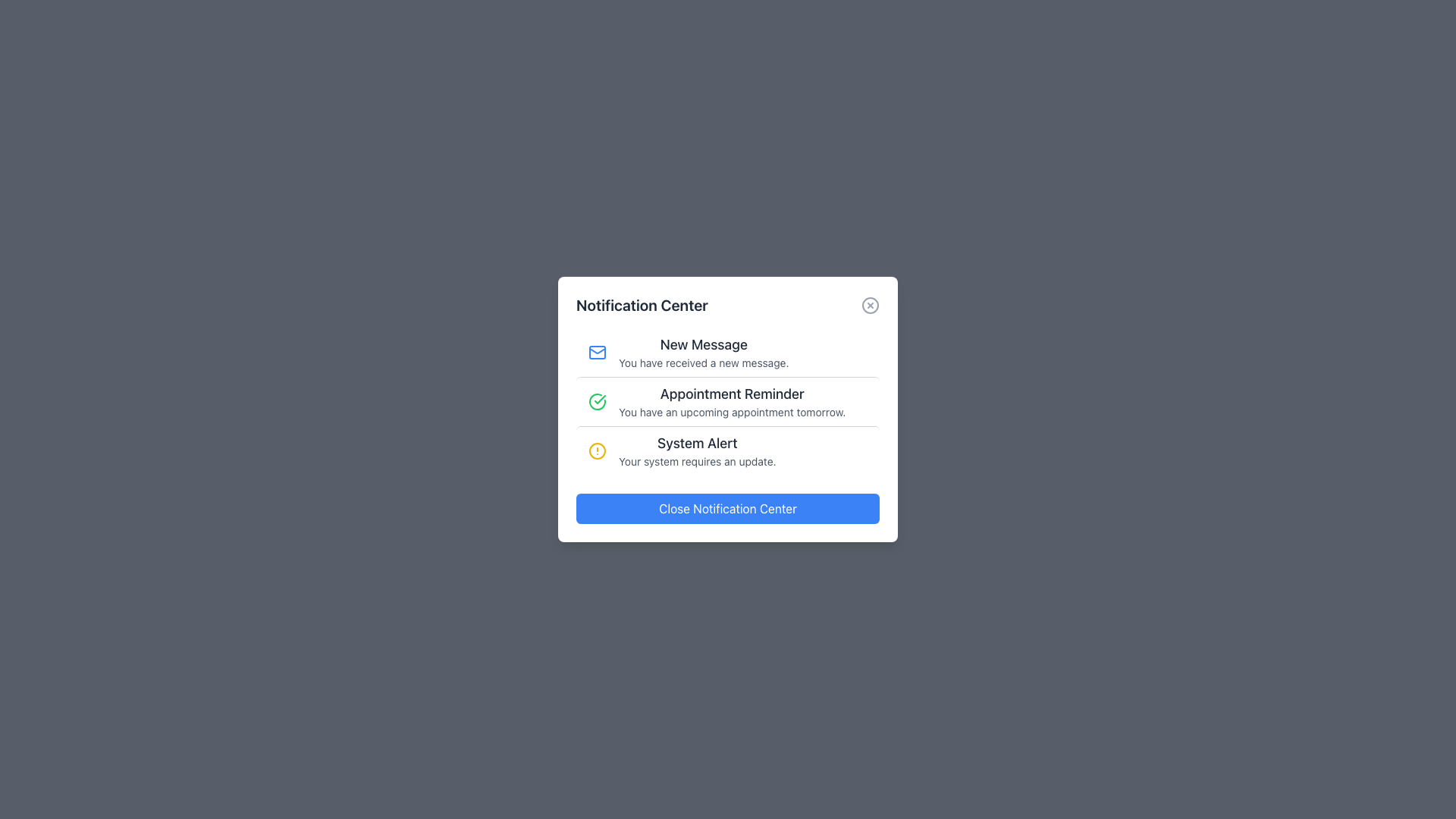  I want to click on the 'System Alert' icon located at the bottom of the notification list in the 'Notification Center' window by moving the cursor to its center point, so click(596, 450).